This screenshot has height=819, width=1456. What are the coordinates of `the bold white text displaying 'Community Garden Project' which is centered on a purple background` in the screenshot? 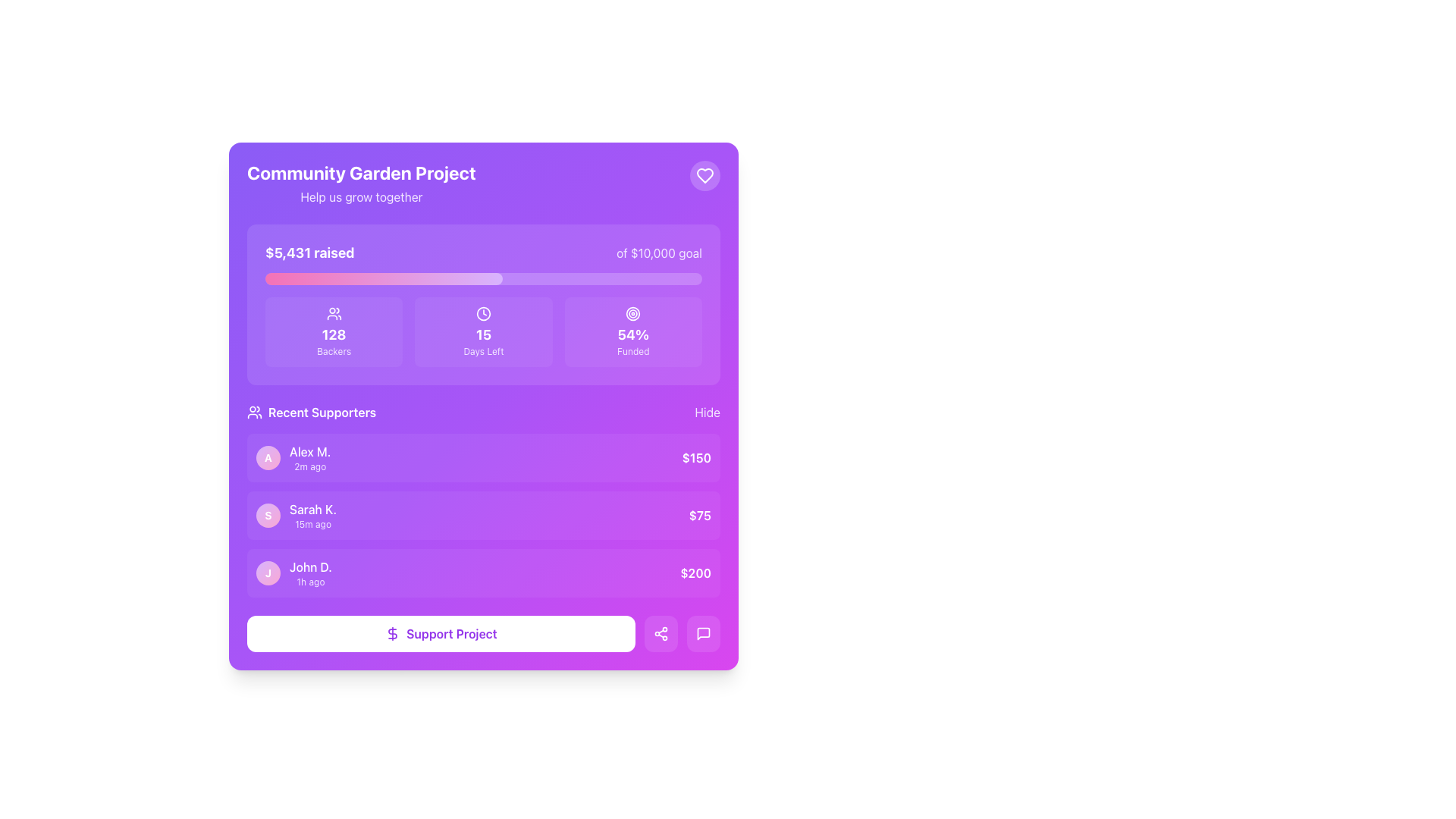 It's located at (360, 171).